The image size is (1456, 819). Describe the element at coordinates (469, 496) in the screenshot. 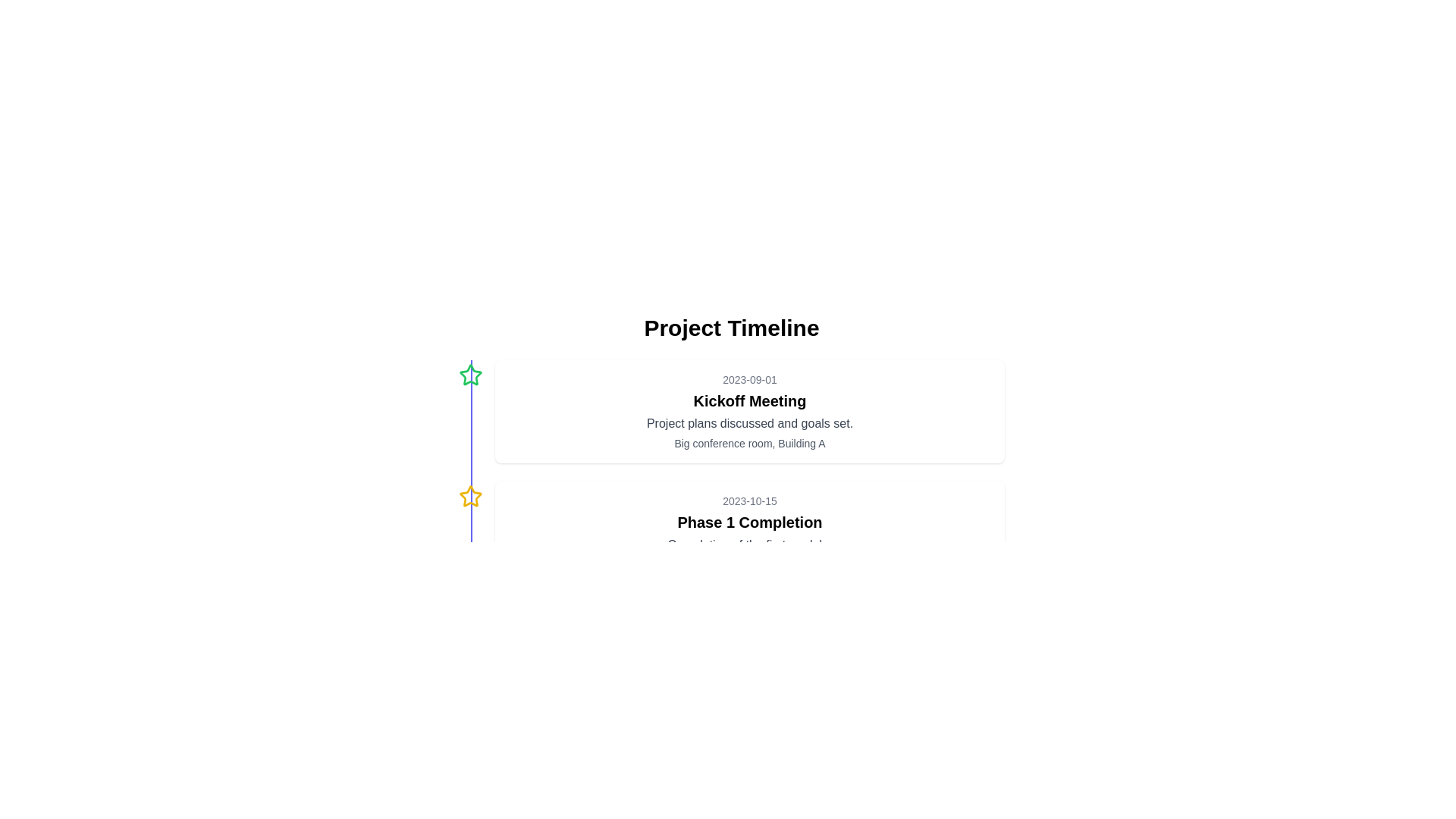

I see `the bold yellow five-pointed star icon that is hollow and outlined in yellow, located adjacent to the timeline marker and closely associated with the second timeline event description` at that location.